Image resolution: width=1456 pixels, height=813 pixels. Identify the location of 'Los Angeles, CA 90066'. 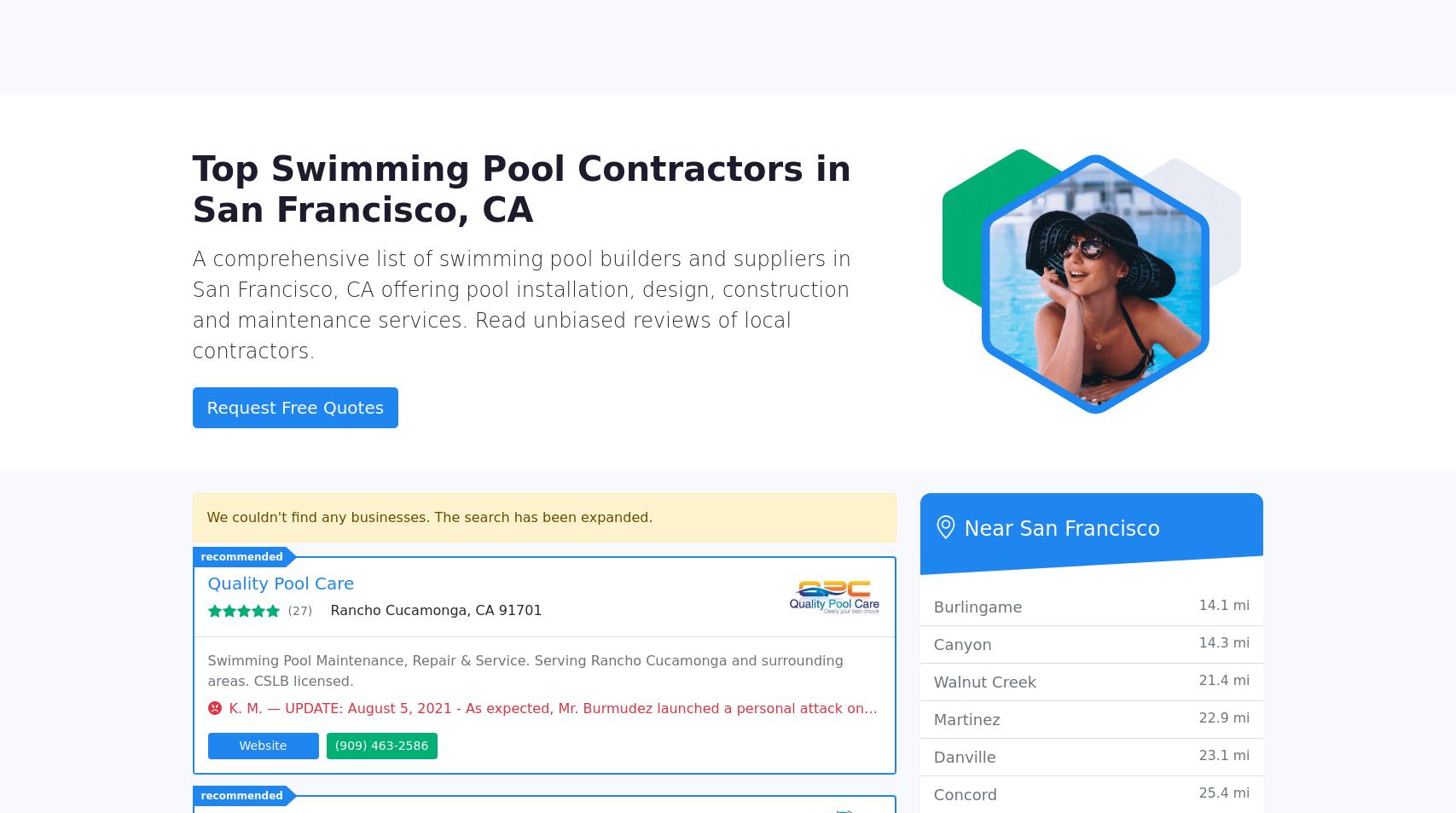
(374, 646).